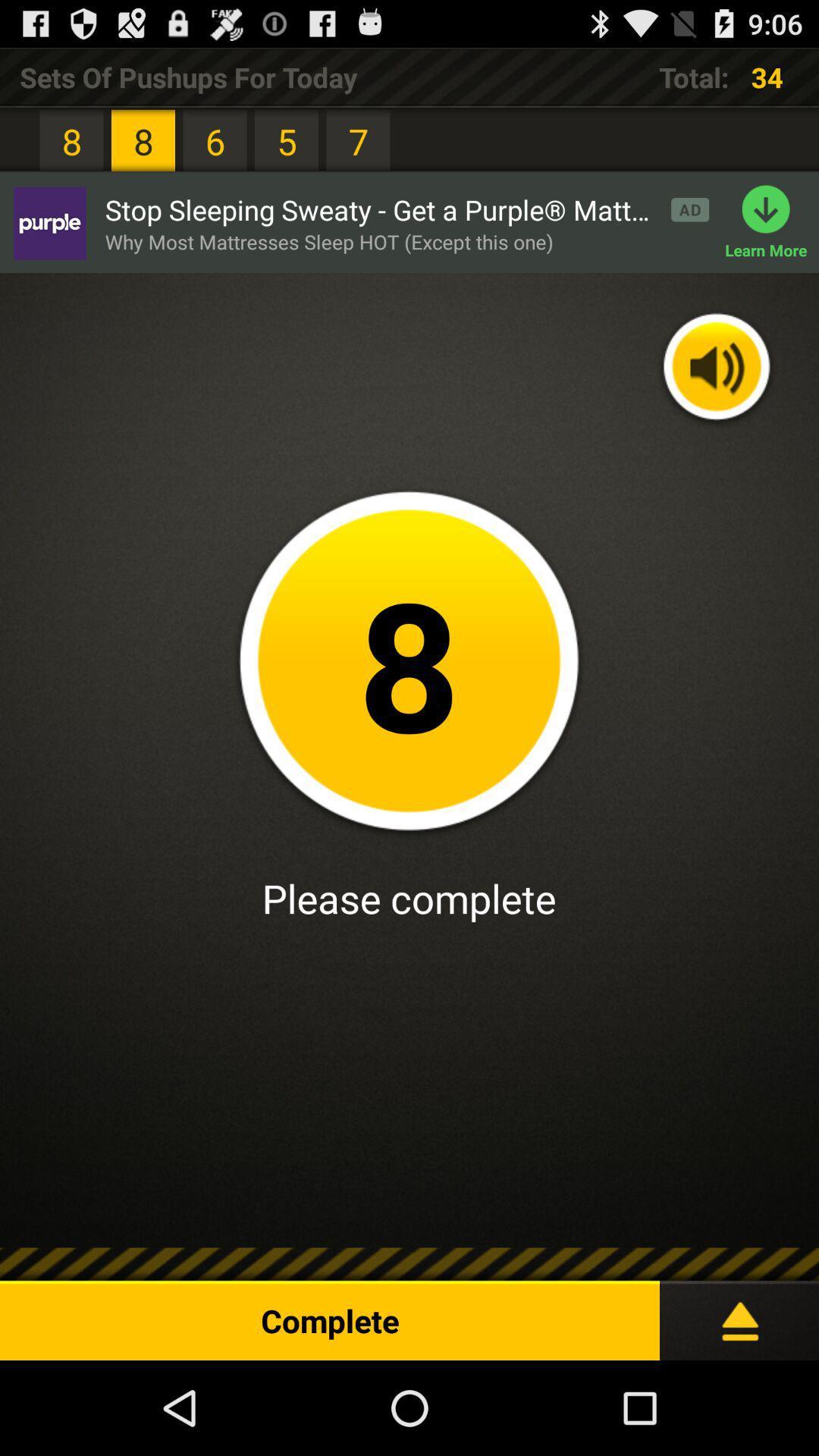 The width and height of the screenshot is (819, 1456). What do you see at coordinates (406, 209) in the screenshot?
I see `the app above the why most mattresses app` at bounding box center [406, 209].